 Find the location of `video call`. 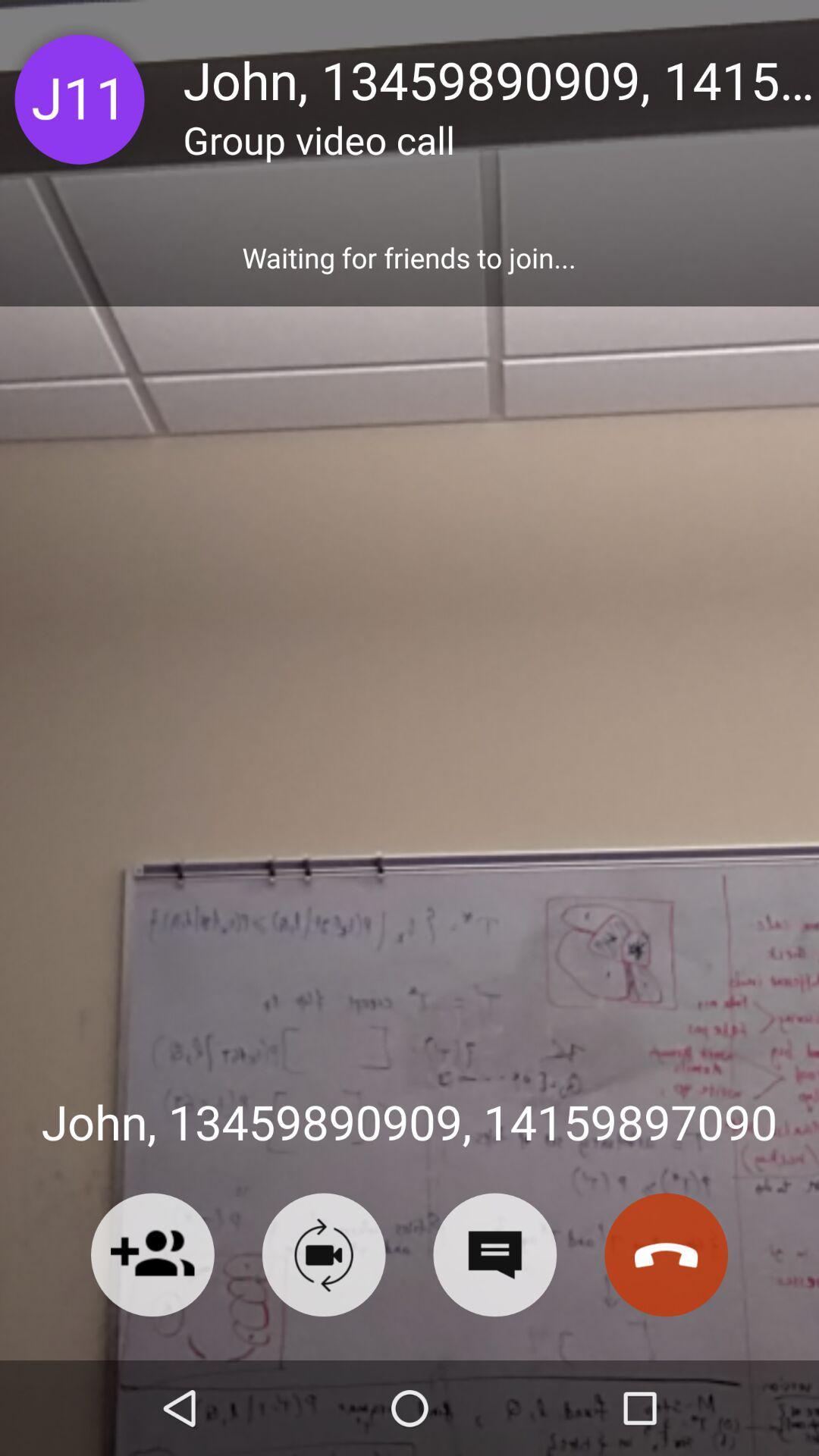

video call is located at coordinates (323, 1254).